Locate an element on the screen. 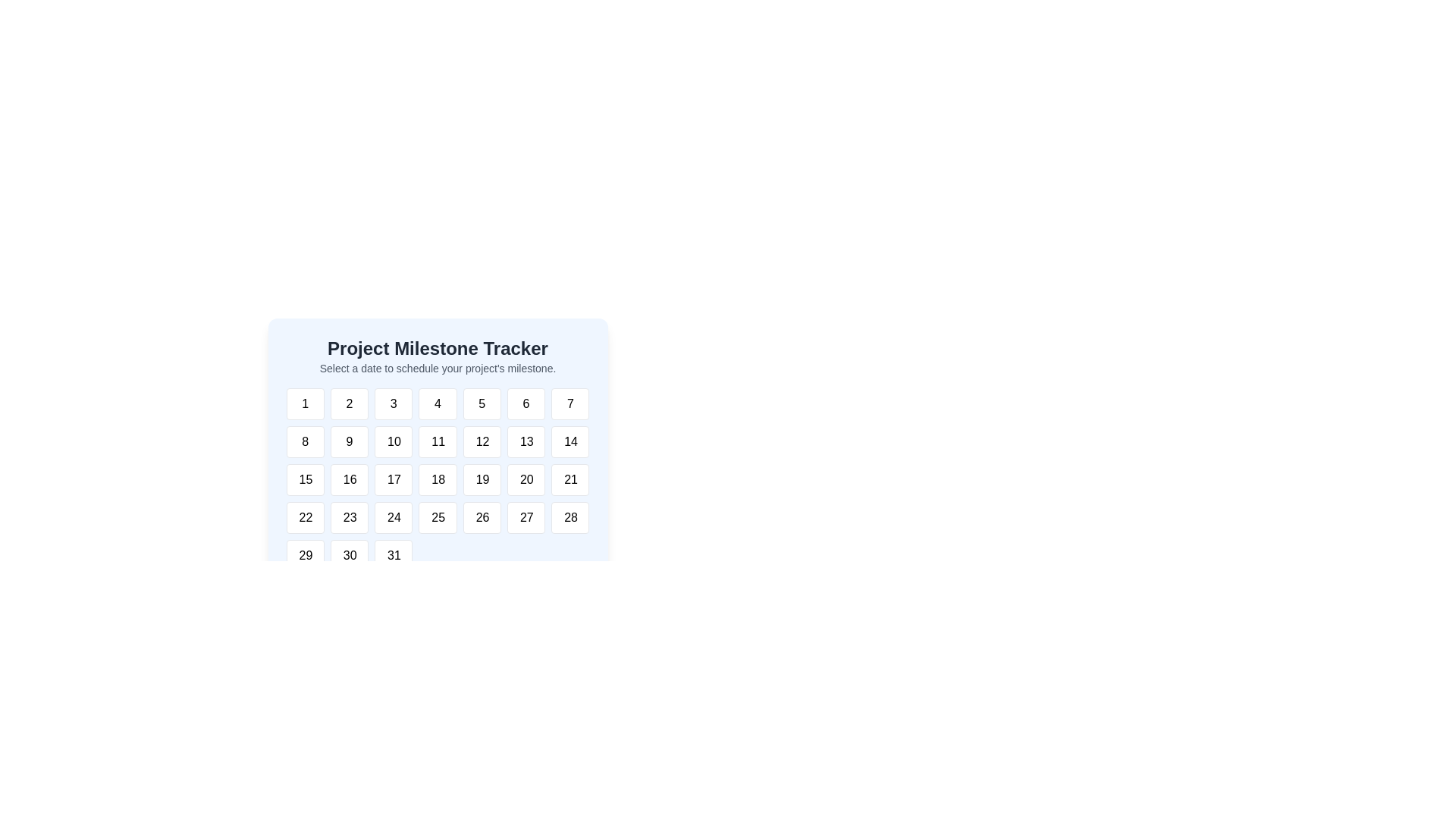 The width and height of the screenshot is (1456, 819). the button labeled '18' which is styled as a square with rounded corners, located in the grid beneath the 'Project Milestone Tracker' heading is located at coordinates (437, 479).